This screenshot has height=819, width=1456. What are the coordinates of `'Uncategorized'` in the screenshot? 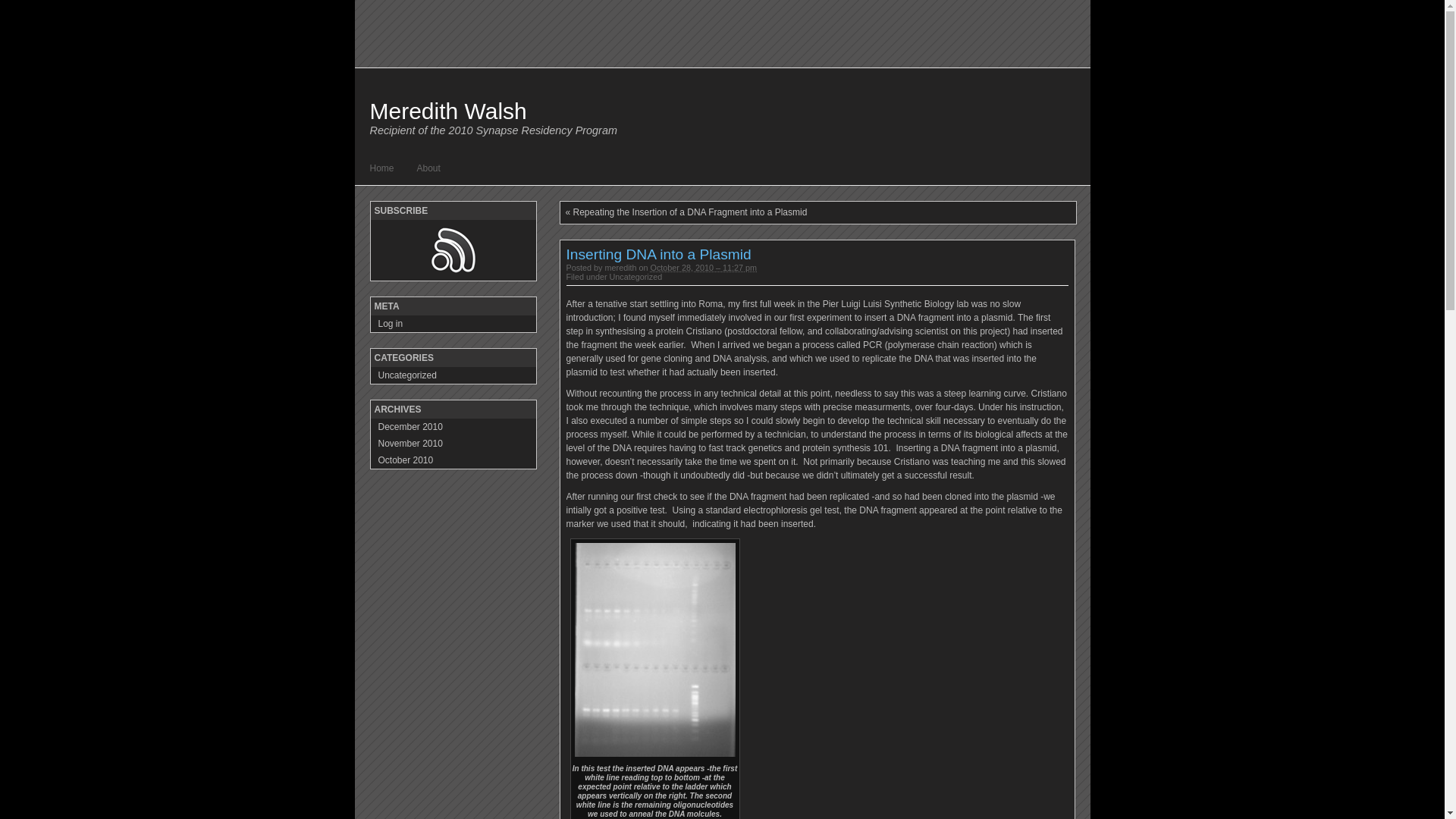 It's located at (610, 277).